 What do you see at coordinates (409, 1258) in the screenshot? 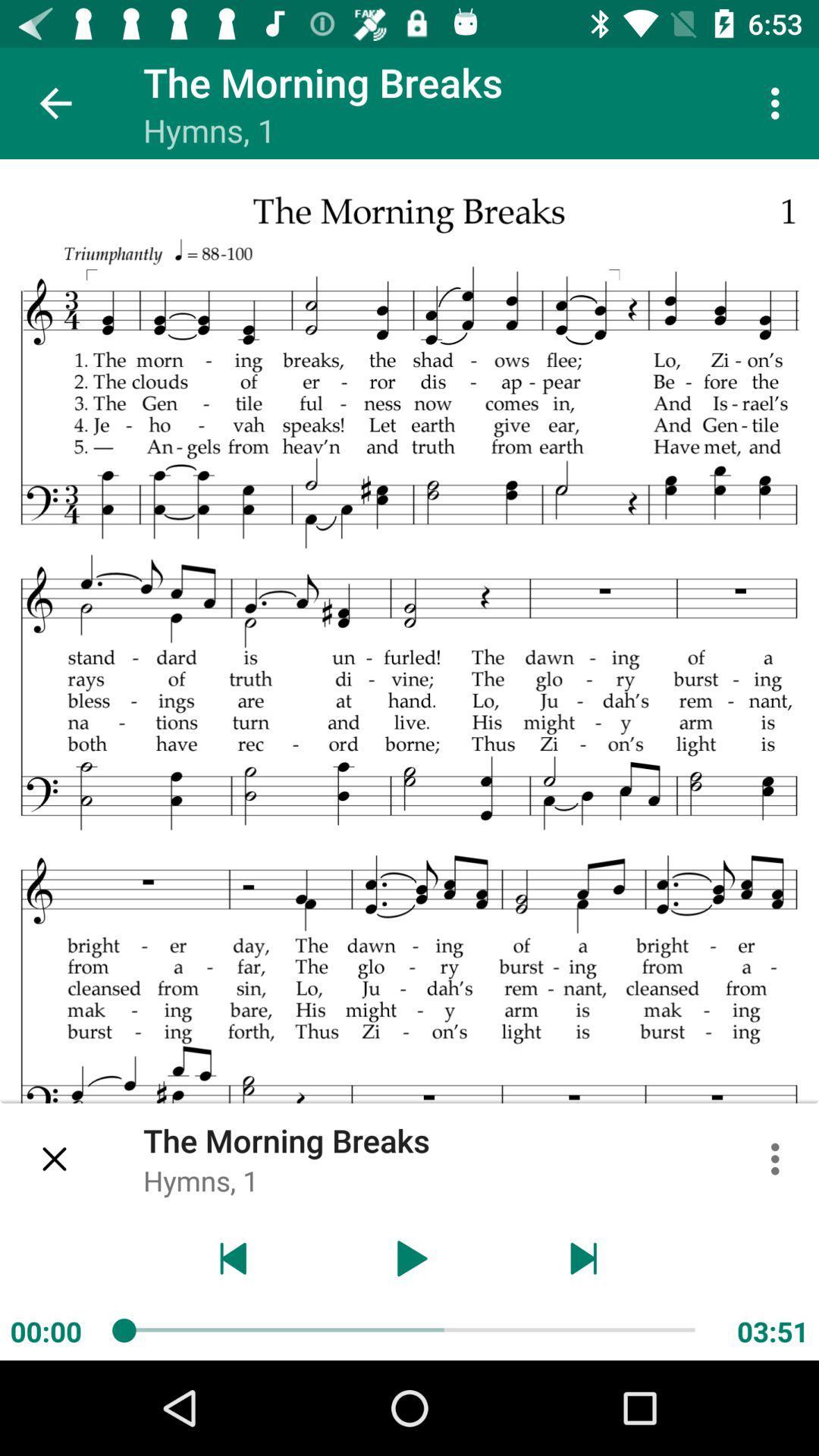
I see `the play icon` at bounding box center [409, 1258].